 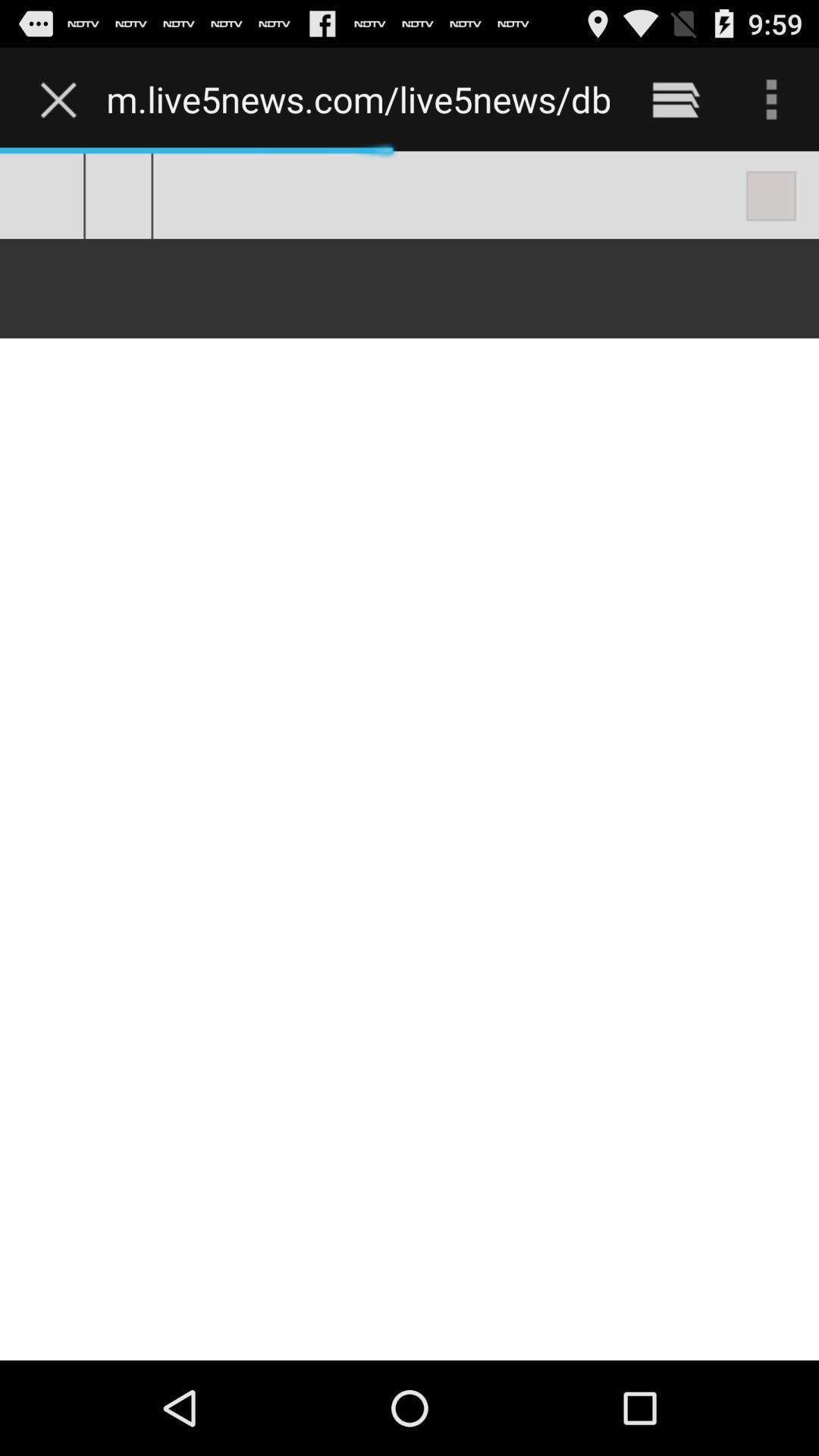 I want to click on m live5news com, so click(x=358, y=99).